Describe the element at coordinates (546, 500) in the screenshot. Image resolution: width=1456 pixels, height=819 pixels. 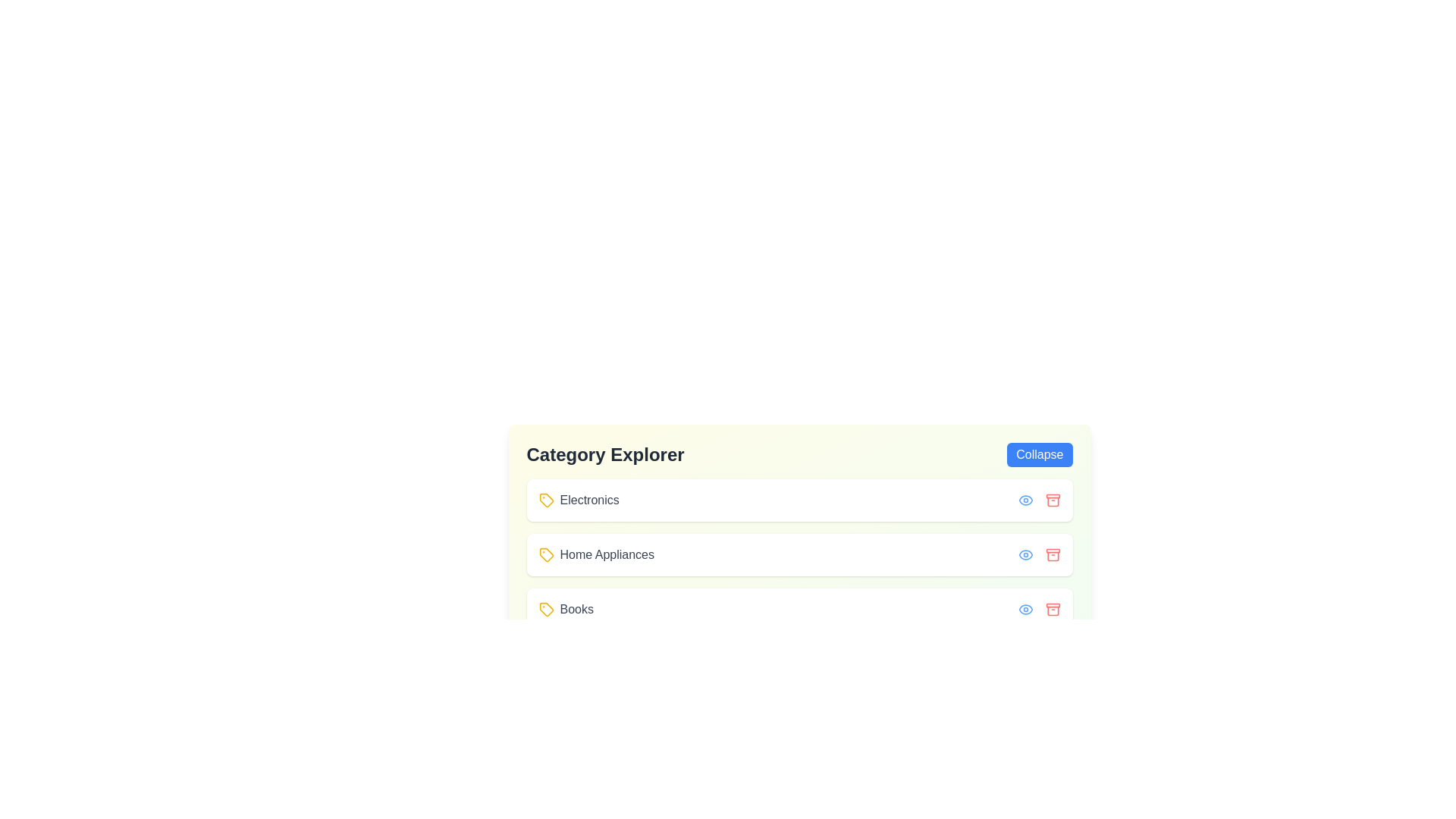
I see `the first icon representing the 'Electronics' category, which is located at the top of the list of categories` at that location.